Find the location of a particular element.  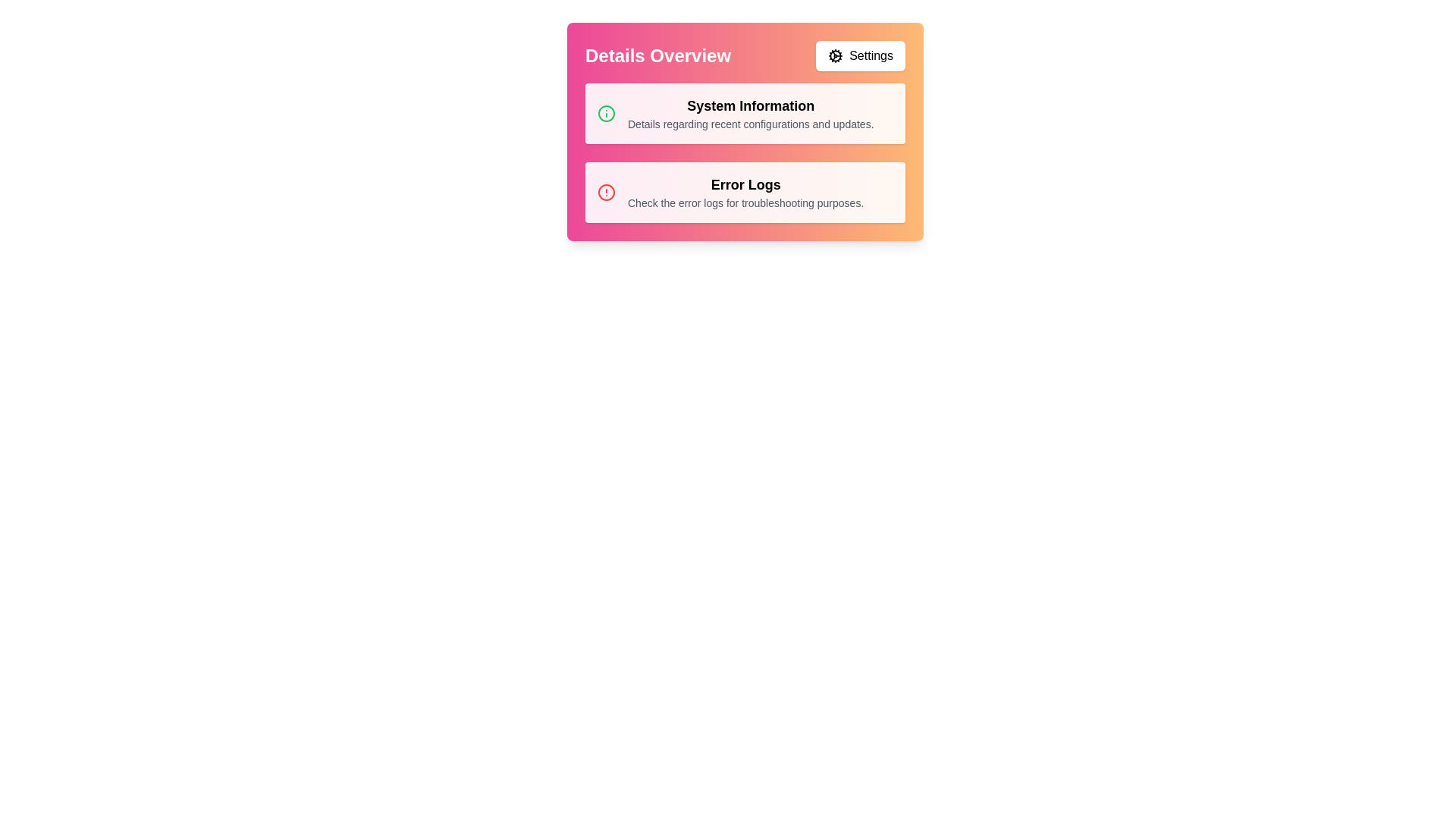

the vertically arranged information list in the 'Details Overview' section, which includes 'System Information' with a green icon and 'Error Logs' with a red icon, visually distinct with a pink background bar is located at coordinates (745, 152).